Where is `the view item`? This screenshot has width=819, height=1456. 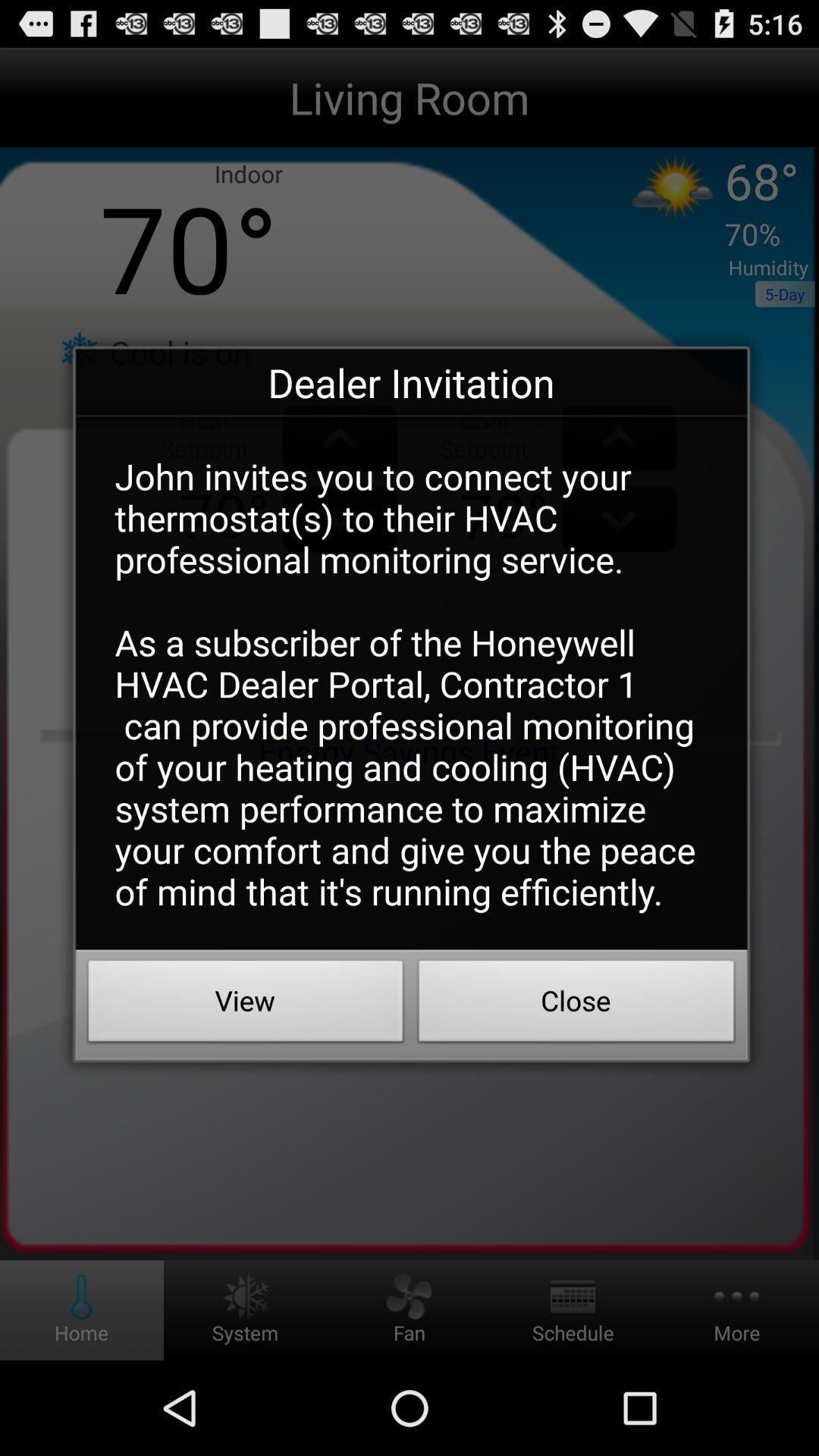 the view item is located at coordinates (245, 1005).